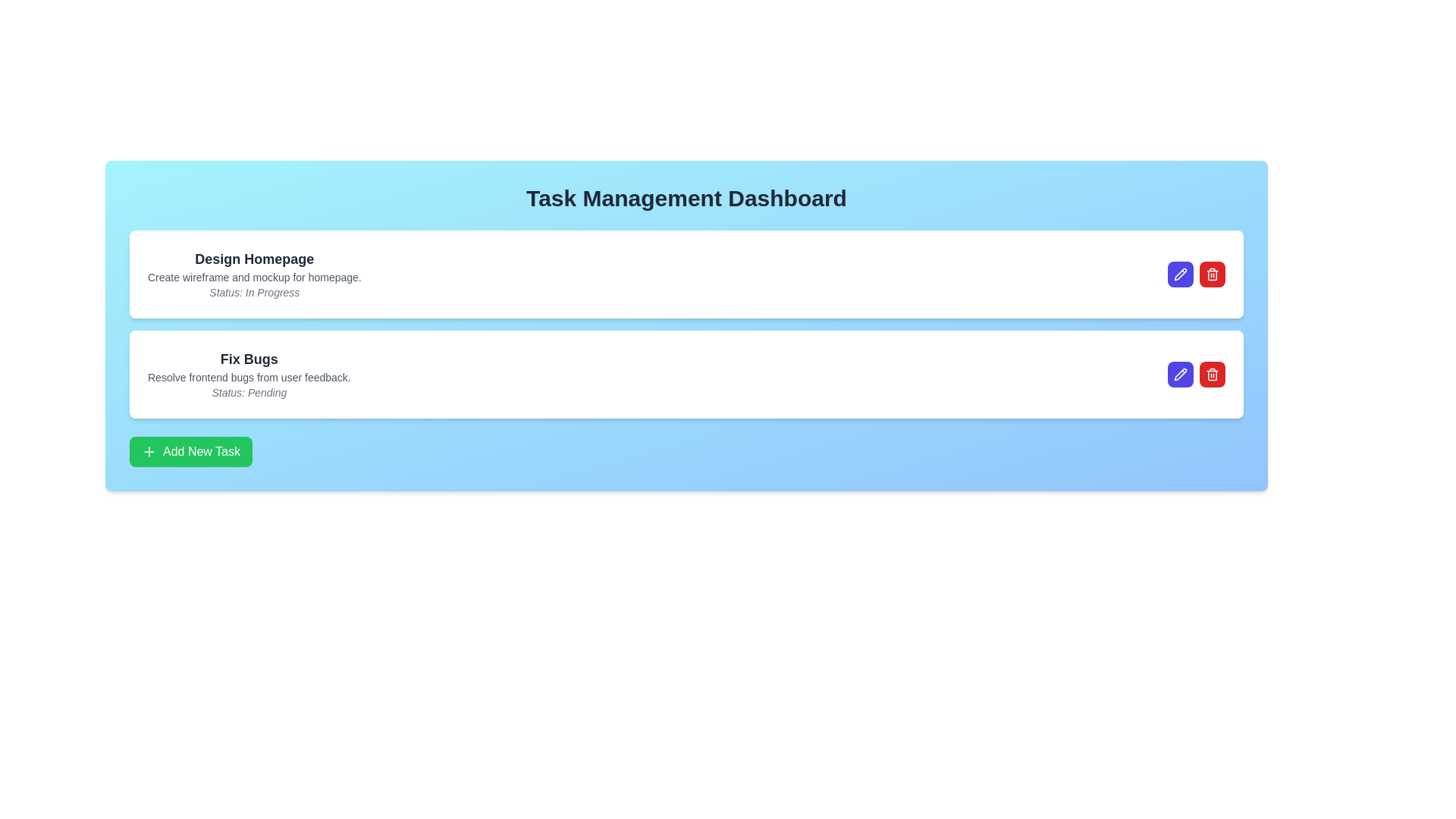 The height and width of the screenshot is (819, 1456). What do you see at coordinates (1211, 375) in the screenshot?
I see `the trash can icon located at the end of the second task card in the task list` at bounding box center [1211, 375].